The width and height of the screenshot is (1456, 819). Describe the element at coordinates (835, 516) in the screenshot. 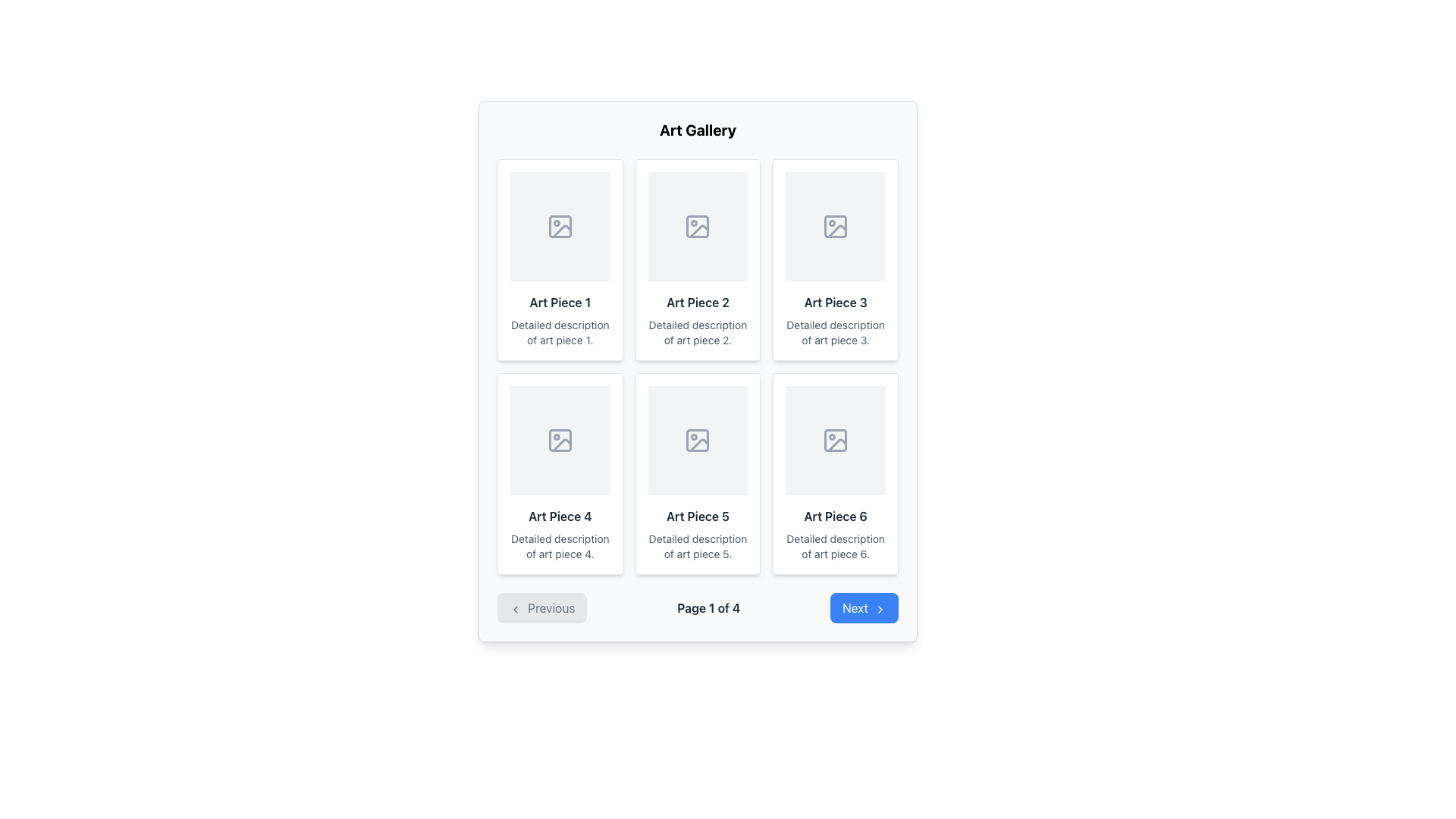

I see `the text label displaying the title 'Art Piece 6' located at the bottom section of the sixth card in a 3x2 grid layout` at that location.